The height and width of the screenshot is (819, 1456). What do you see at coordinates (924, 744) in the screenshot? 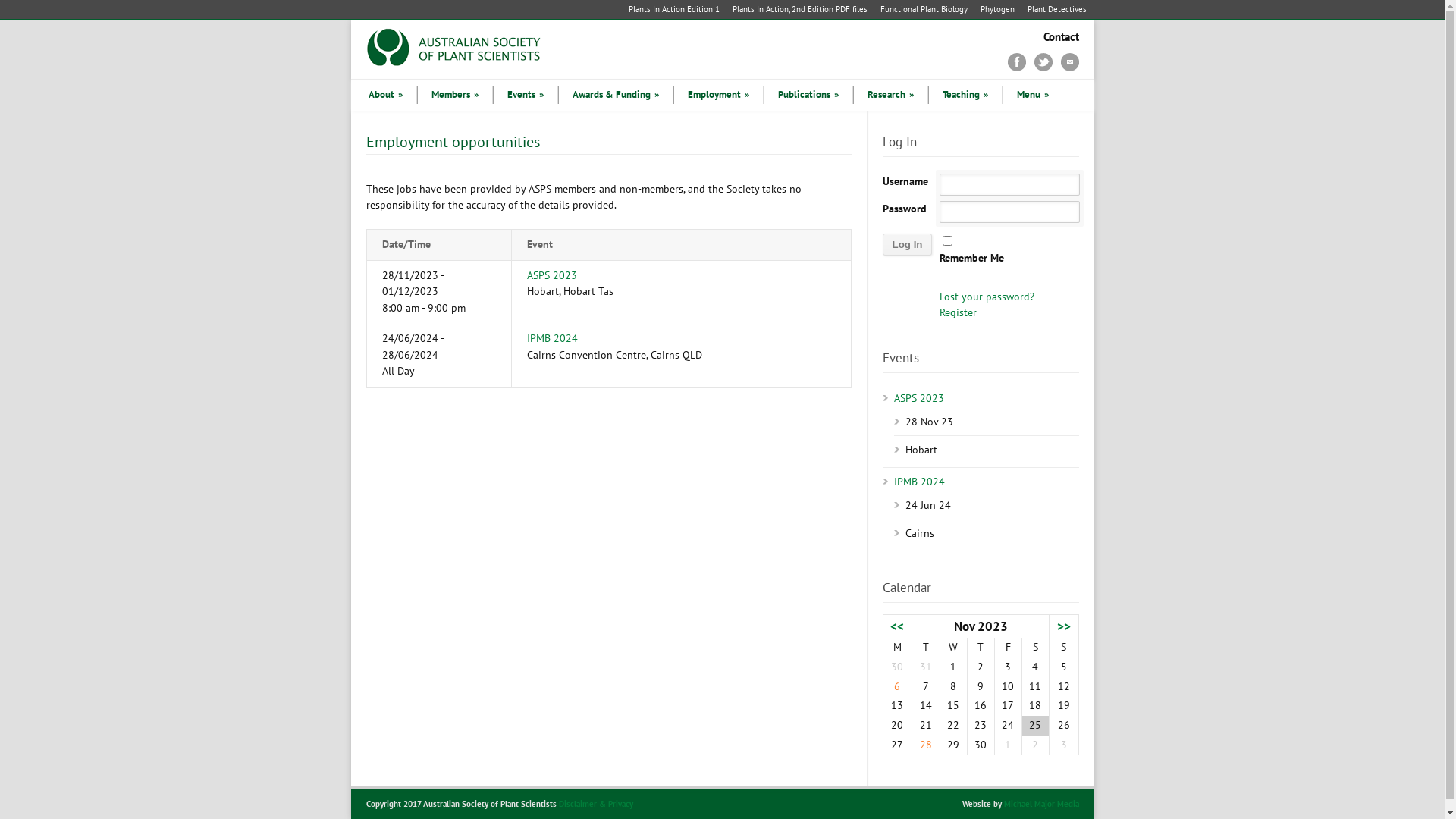
I see `'28'` at bounding box center [924, 744].